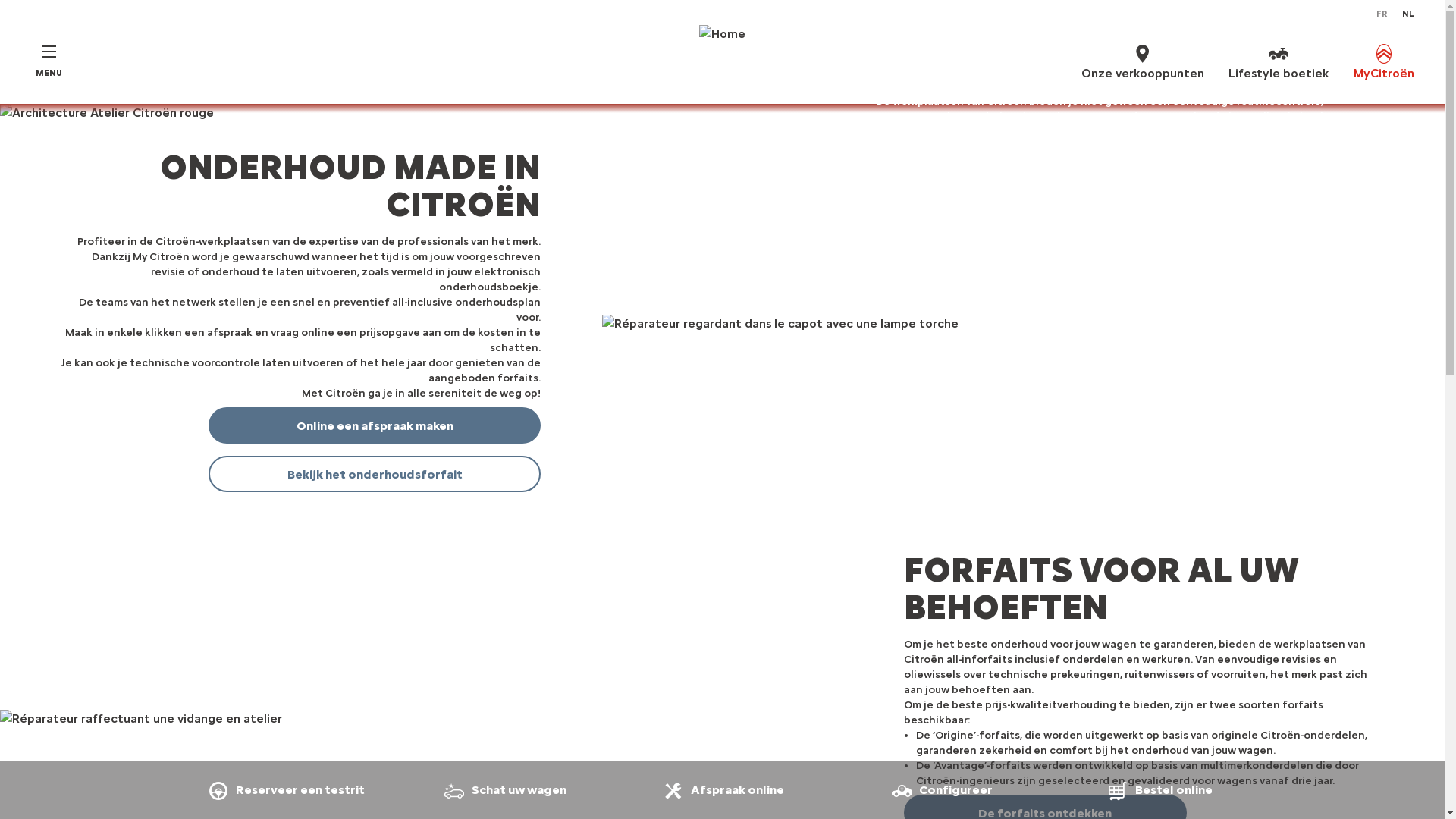  I want to click on 'MENU', so click(49, 61).